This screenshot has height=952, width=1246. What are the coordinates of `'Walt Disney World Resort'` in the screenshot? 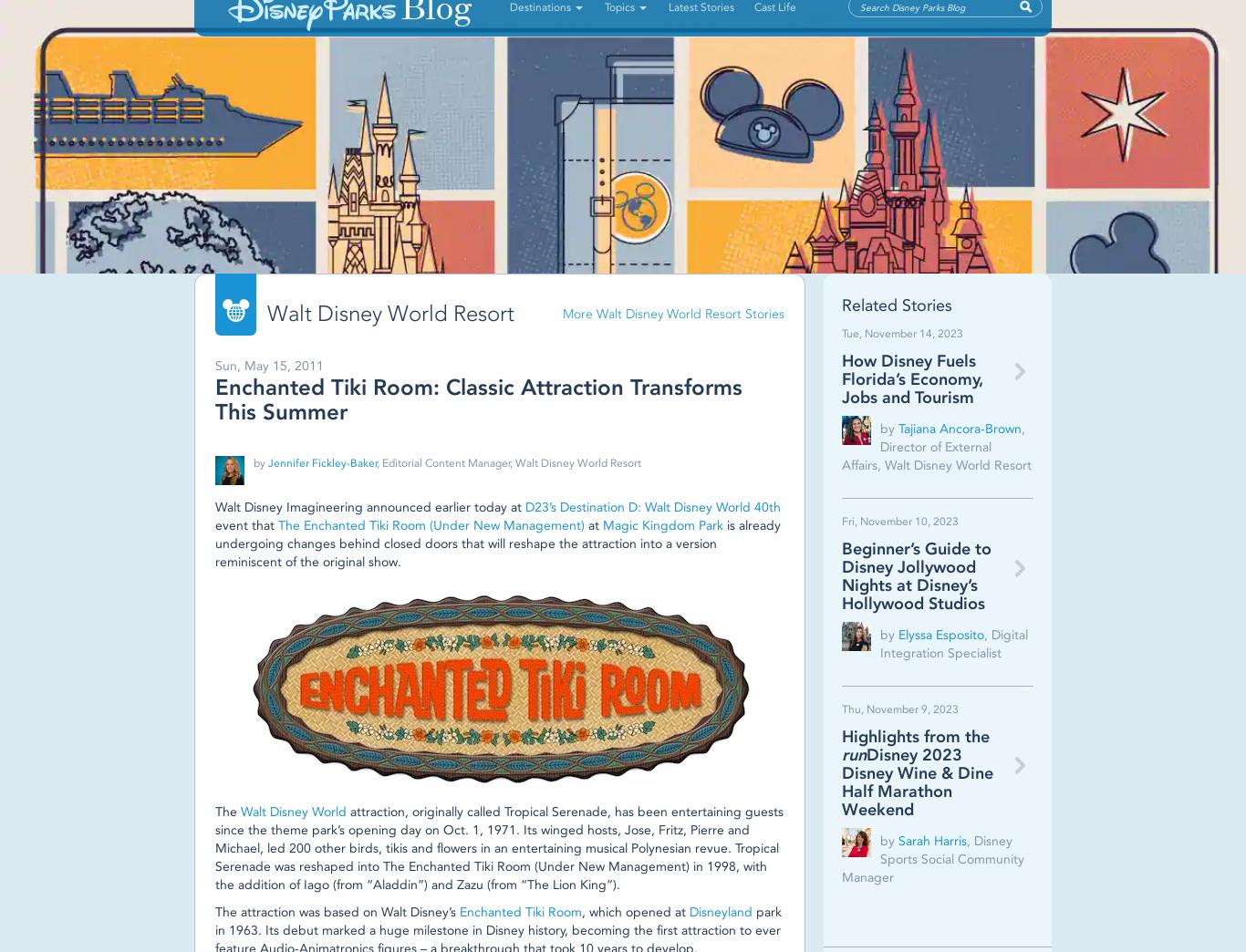 It's located at (389, 313).